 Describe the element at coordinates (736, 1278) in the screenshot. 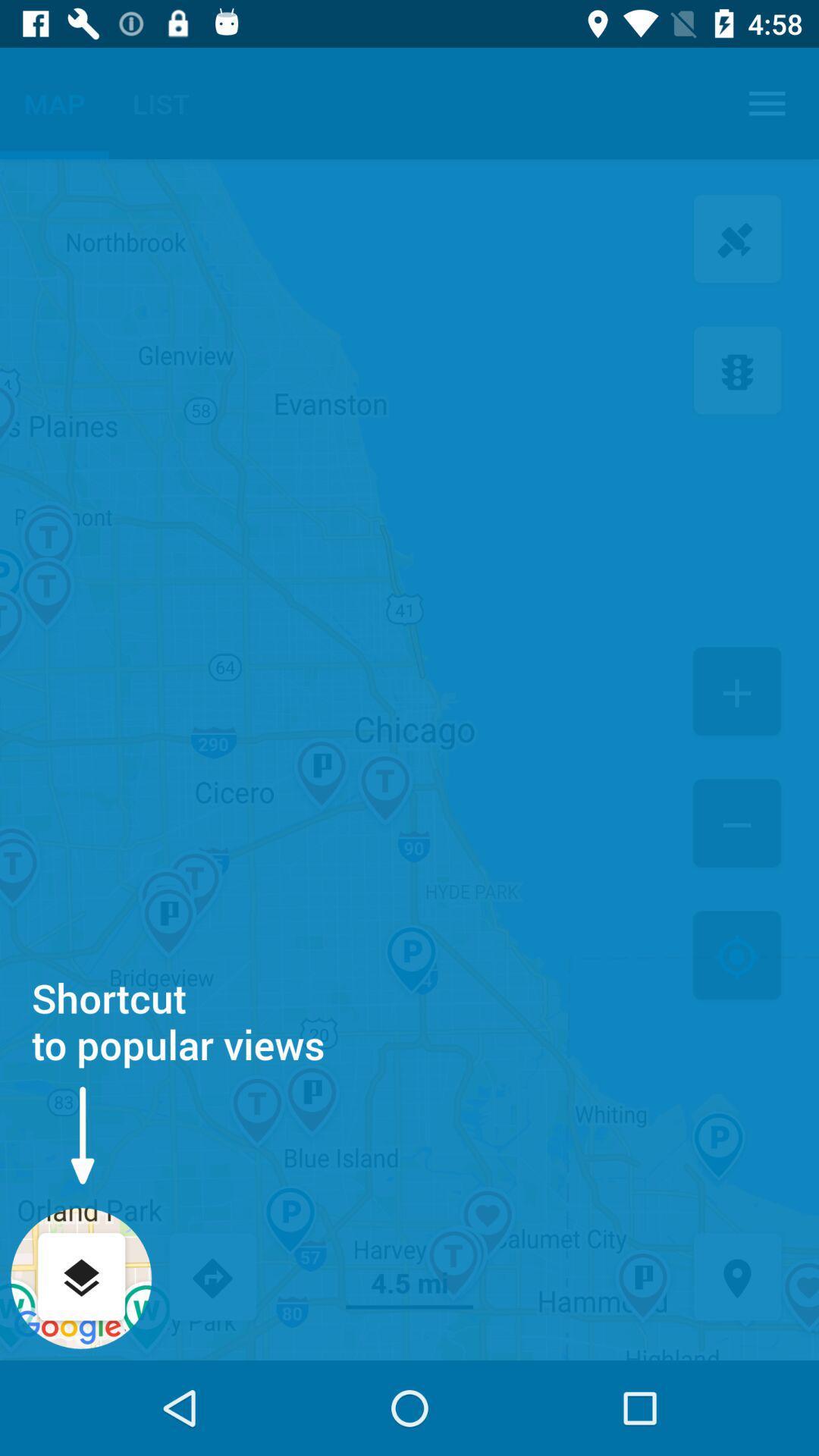

I see `item at the bottom right corner` at that location.